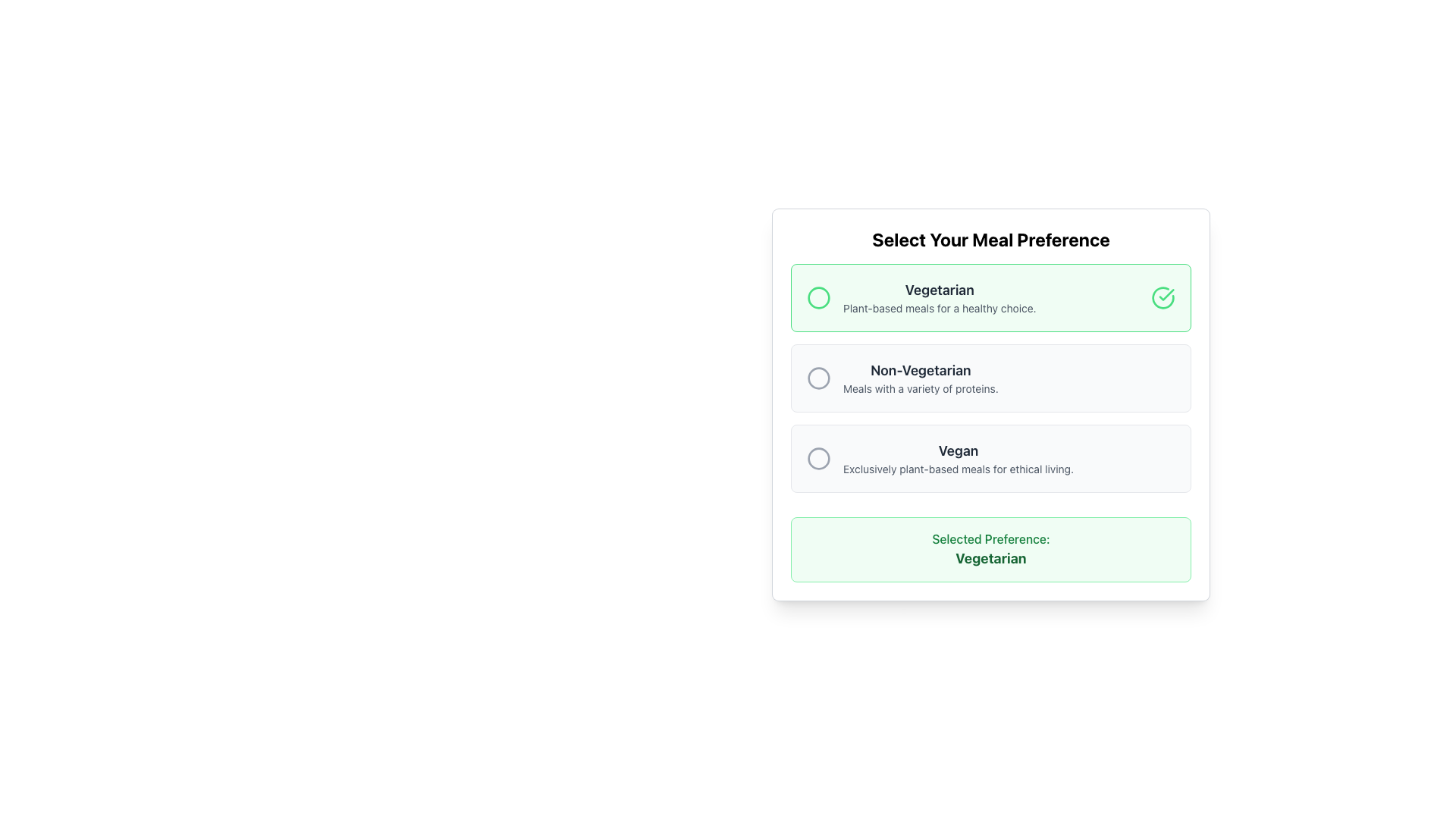  Describe the element at coordinates (957, 468) in the screenshot. I see `the text label that describes 'Exclusively plant-based meals for ethical living.' located below the title 'Vegan' in the meal preferences list` at that location.